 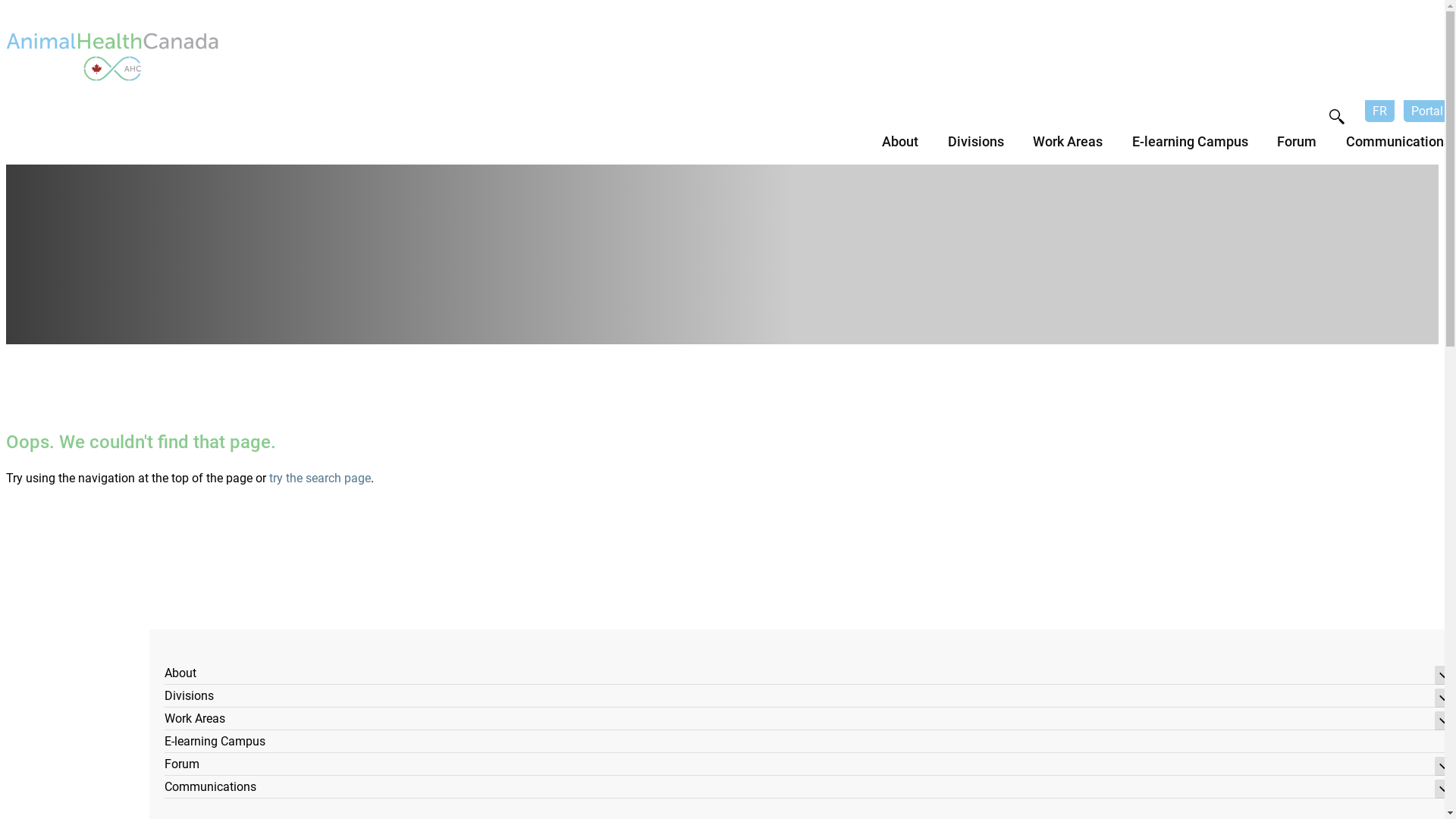 What do you see at coordinates (164, 742) in the screenshot?
I see `'E-learning Campus'` at bounding box center [164, 742].